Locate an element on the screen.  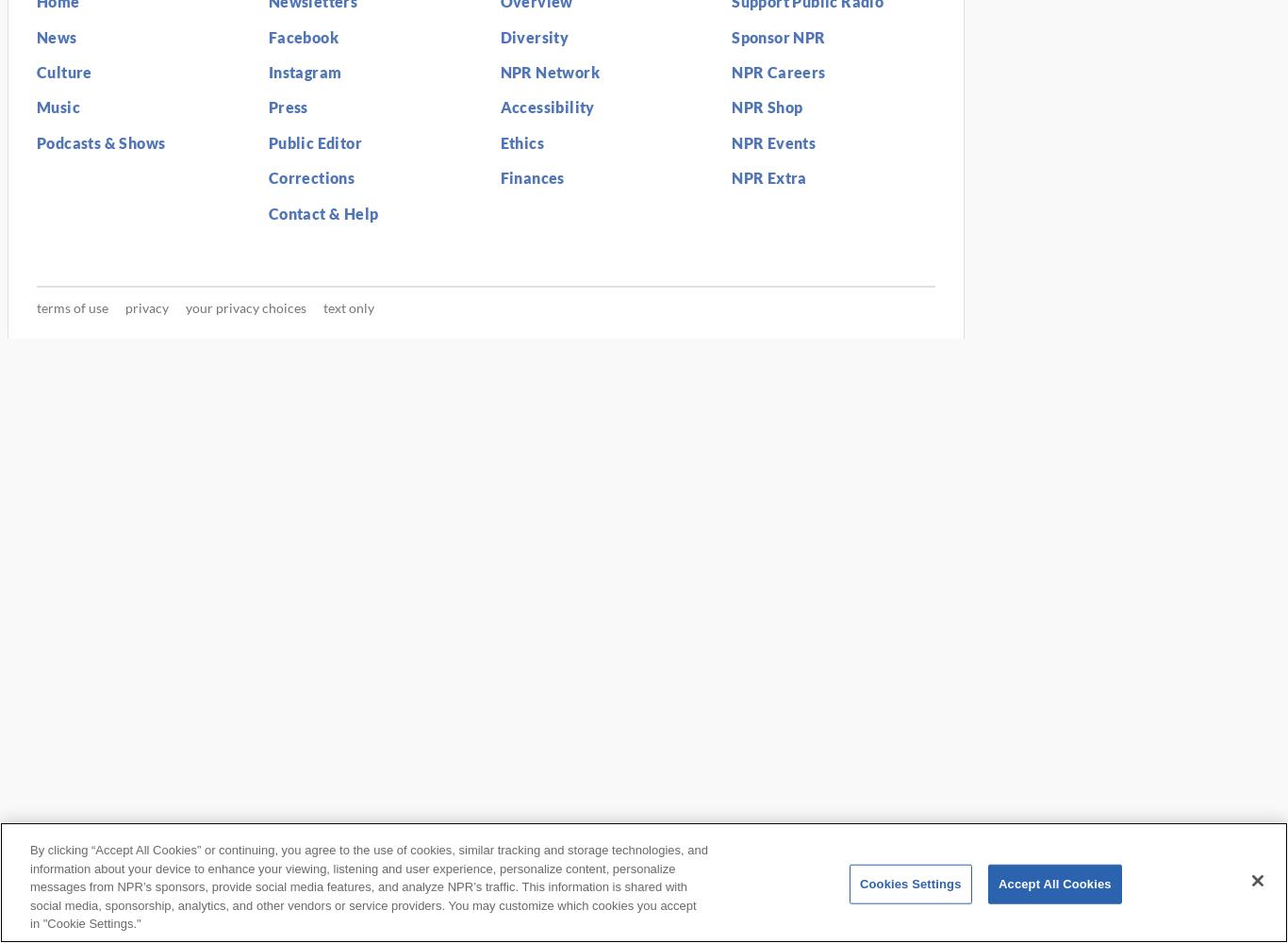
'NPR Careers' is located at coordinates (777, 71).